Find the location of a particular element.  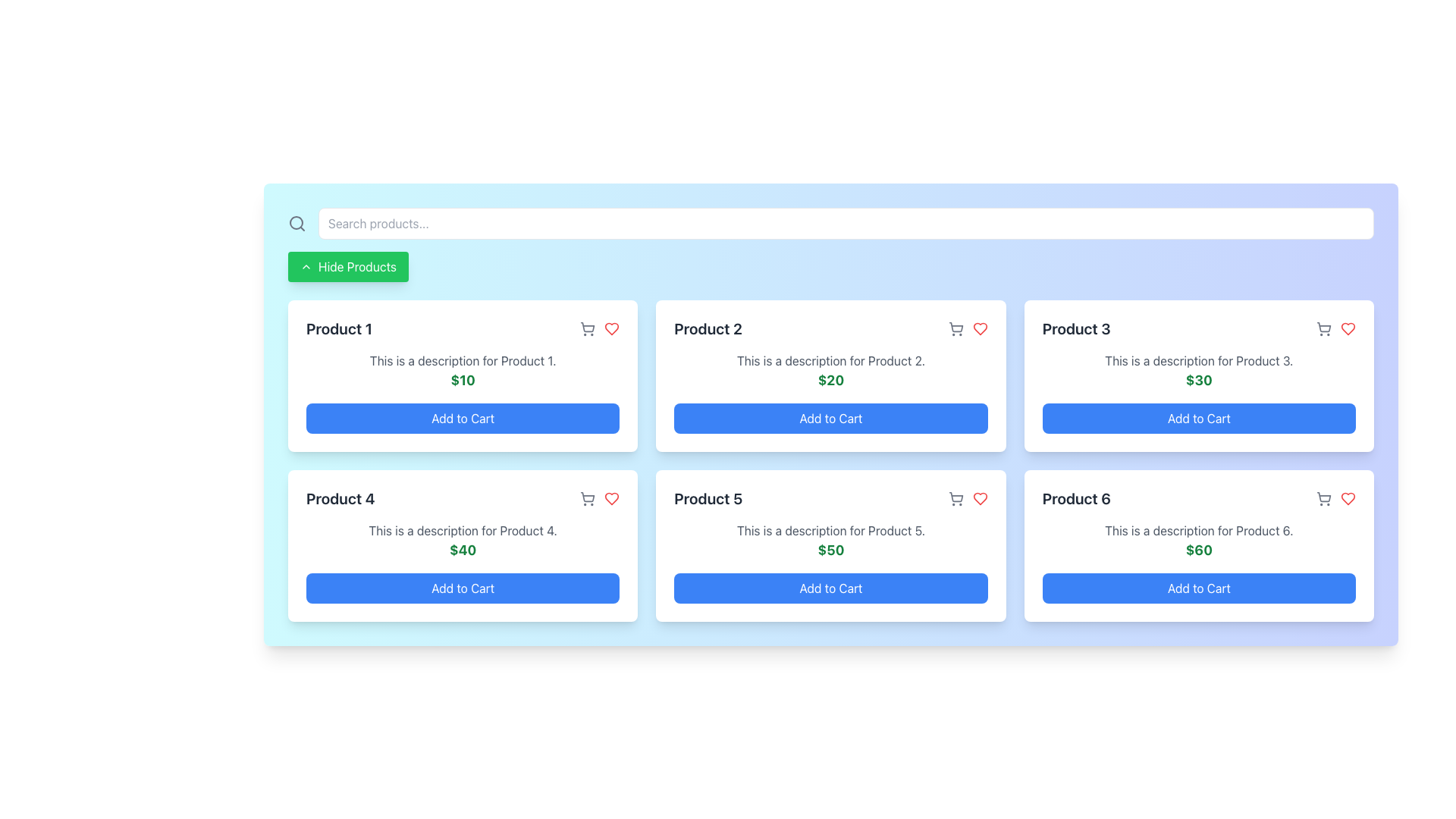

the text label displaying the price '$10' in bold green font, located within the first product card, centrally positioned below the product description and above the 'Add to Cart' button is located at coordinates (462, 379).